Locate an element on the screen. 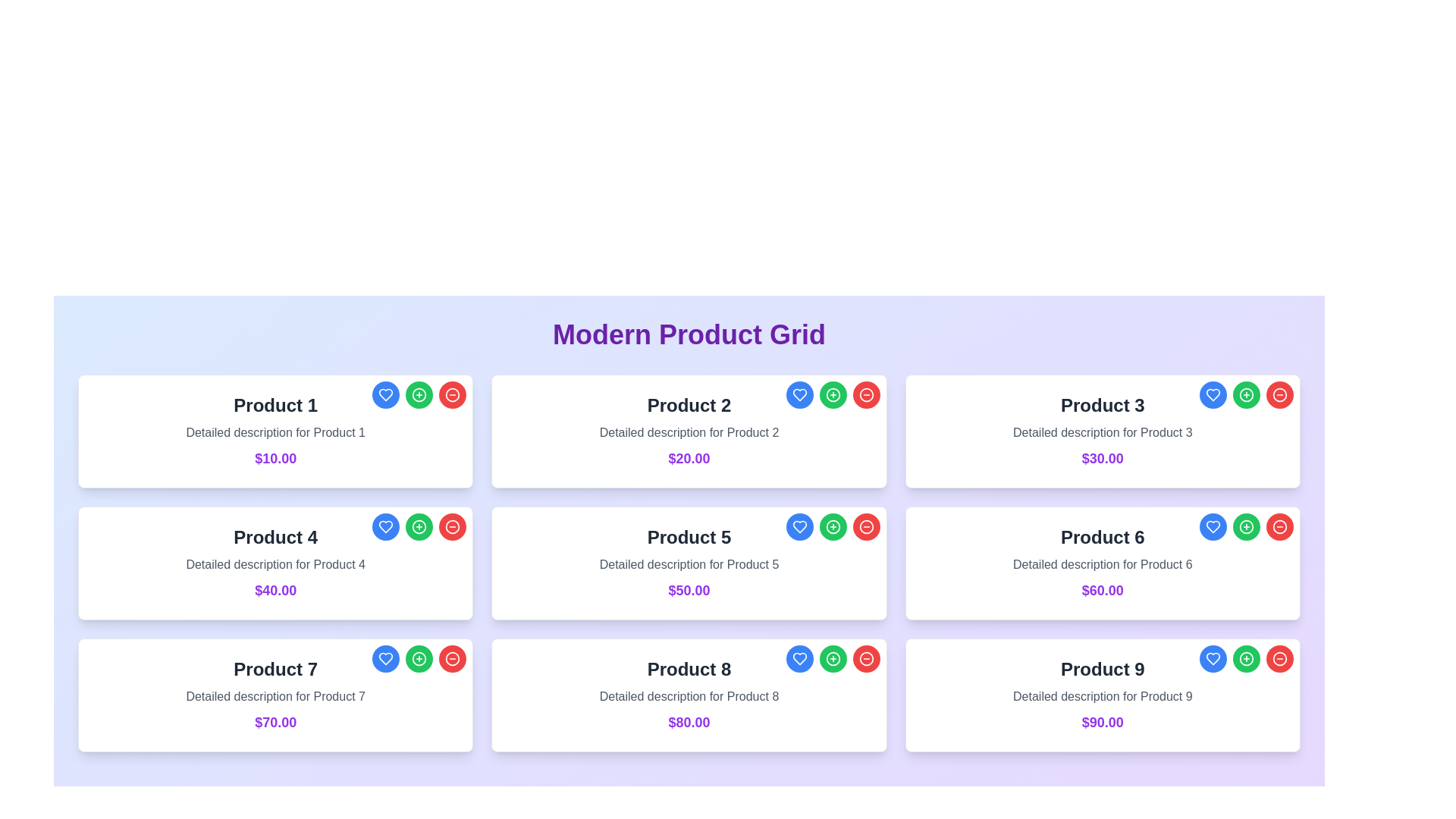 This screenshot has width=1456, height=819. the text label displaying 'Product 1', which is bold and large, located at the top of its product card is located at coordinates (275, 405).